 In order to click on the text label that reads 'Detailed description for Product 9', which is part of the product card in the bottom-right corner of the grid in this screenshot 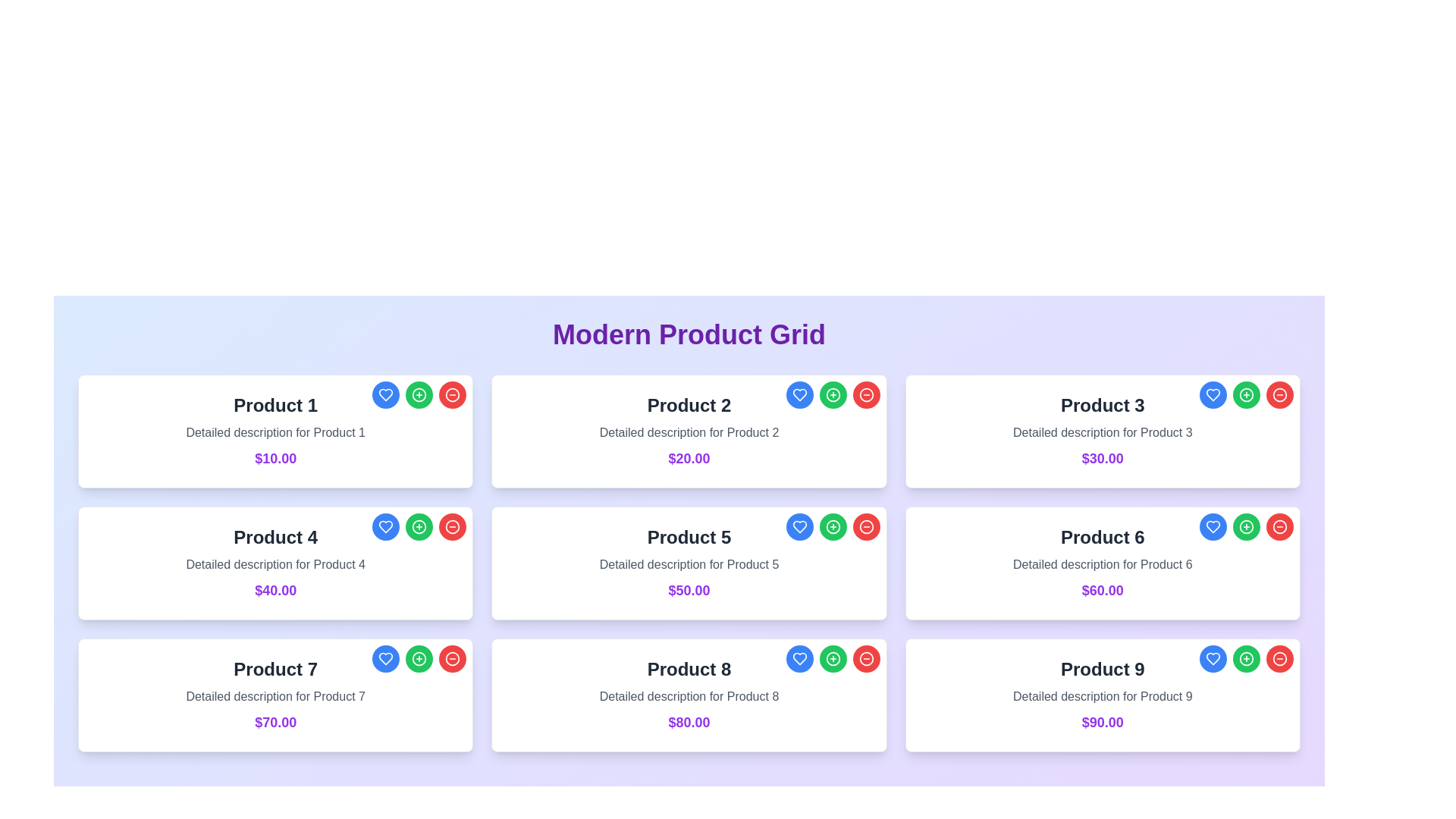, I will do `click(1103, 696)`.